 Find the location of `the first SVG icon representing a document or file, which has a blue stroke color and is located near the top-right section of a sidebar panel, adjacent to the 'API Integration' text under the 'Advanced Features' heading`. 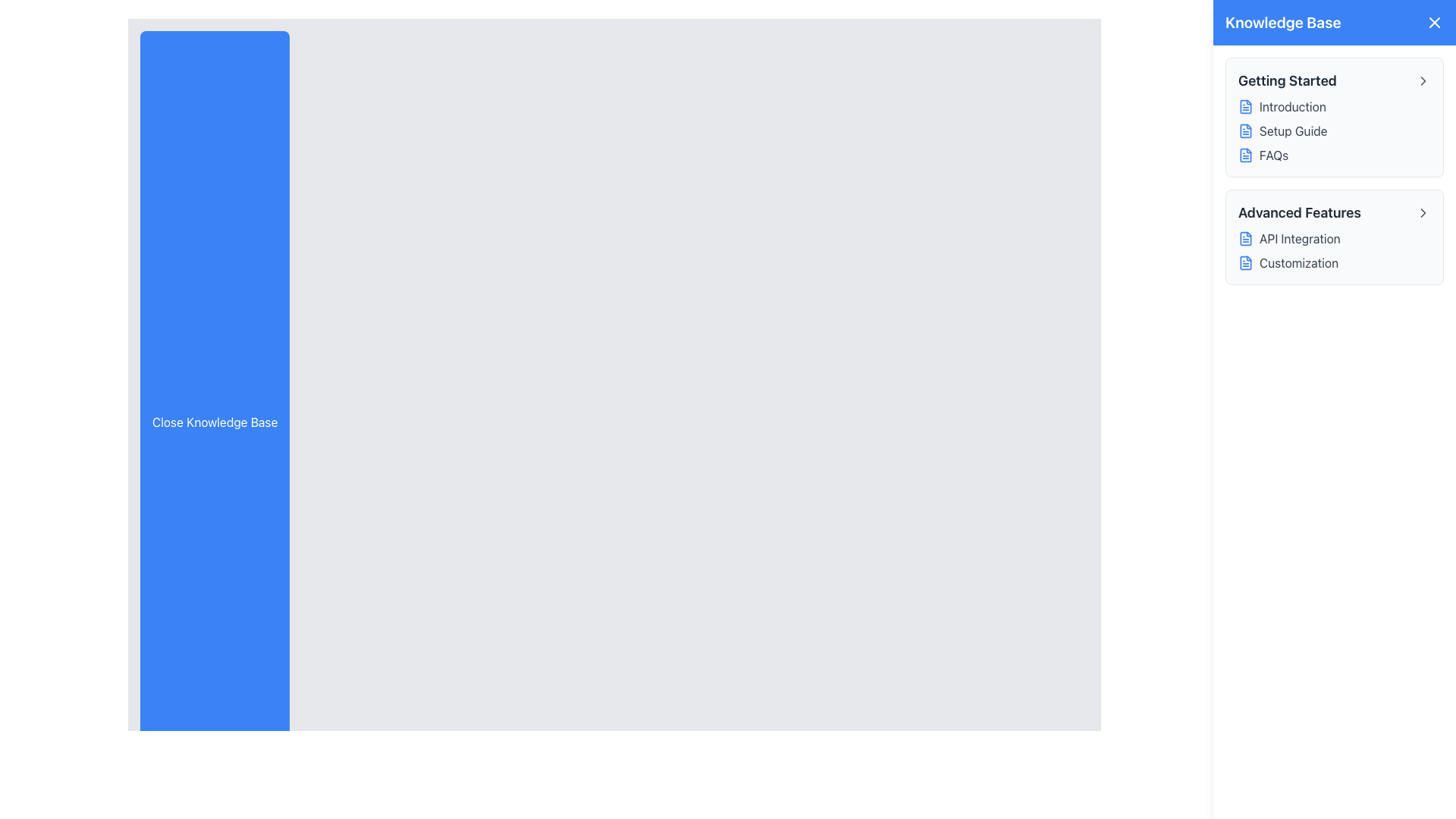

the first SVG icon representing a document or file, which has a blue stroke color and is located near the top-right section of a sidebar panel, adjacent to the 'API Integration' text under the 'Advanced Features' heading is located at coordinates (1245, 239).